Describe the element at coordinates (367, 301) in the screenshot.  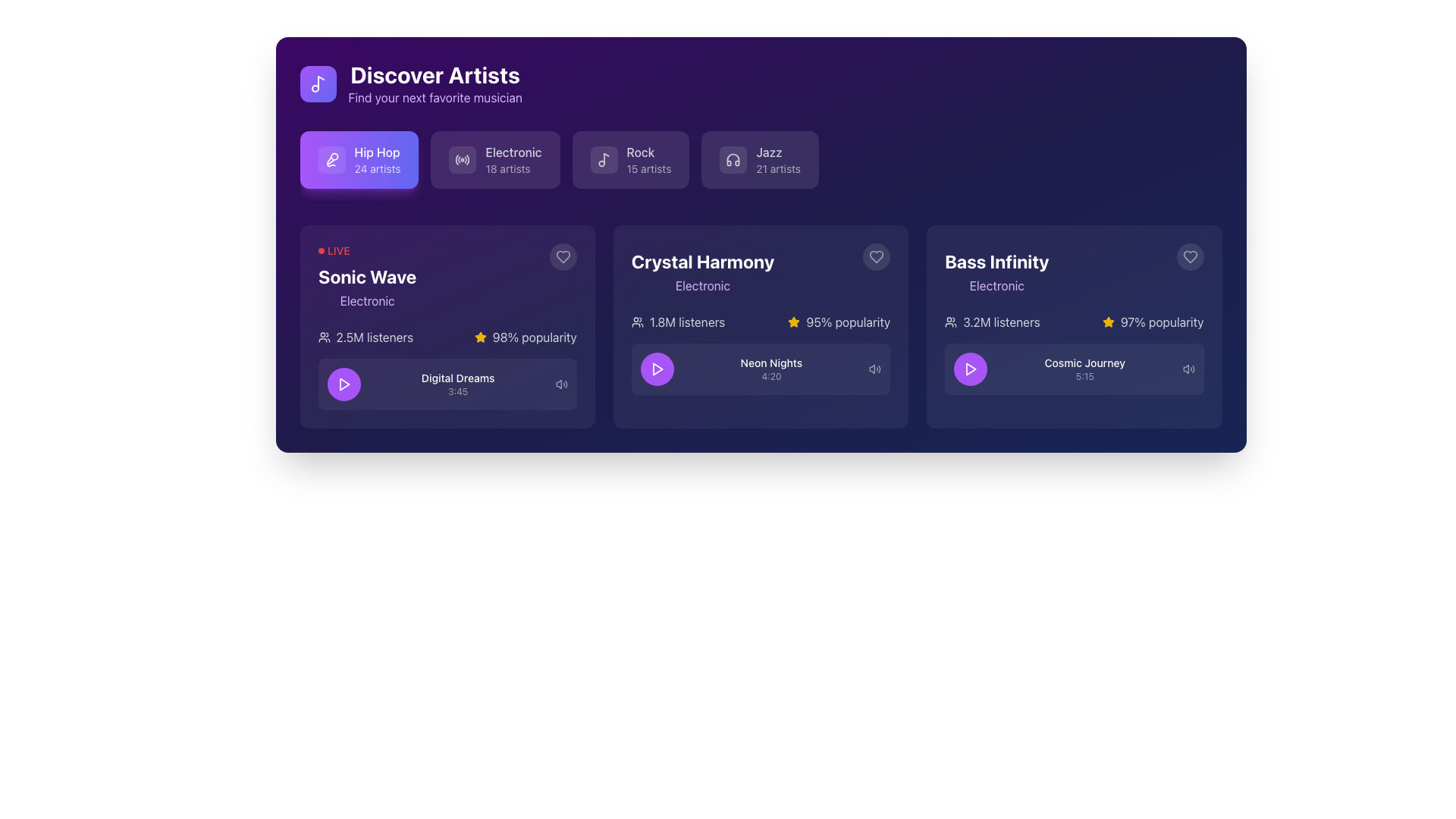
I see `text label indicating the genre of content related to 'Sonic Wave', which is located below the title 'Sonic Wave' in the highlighted card` at that location.